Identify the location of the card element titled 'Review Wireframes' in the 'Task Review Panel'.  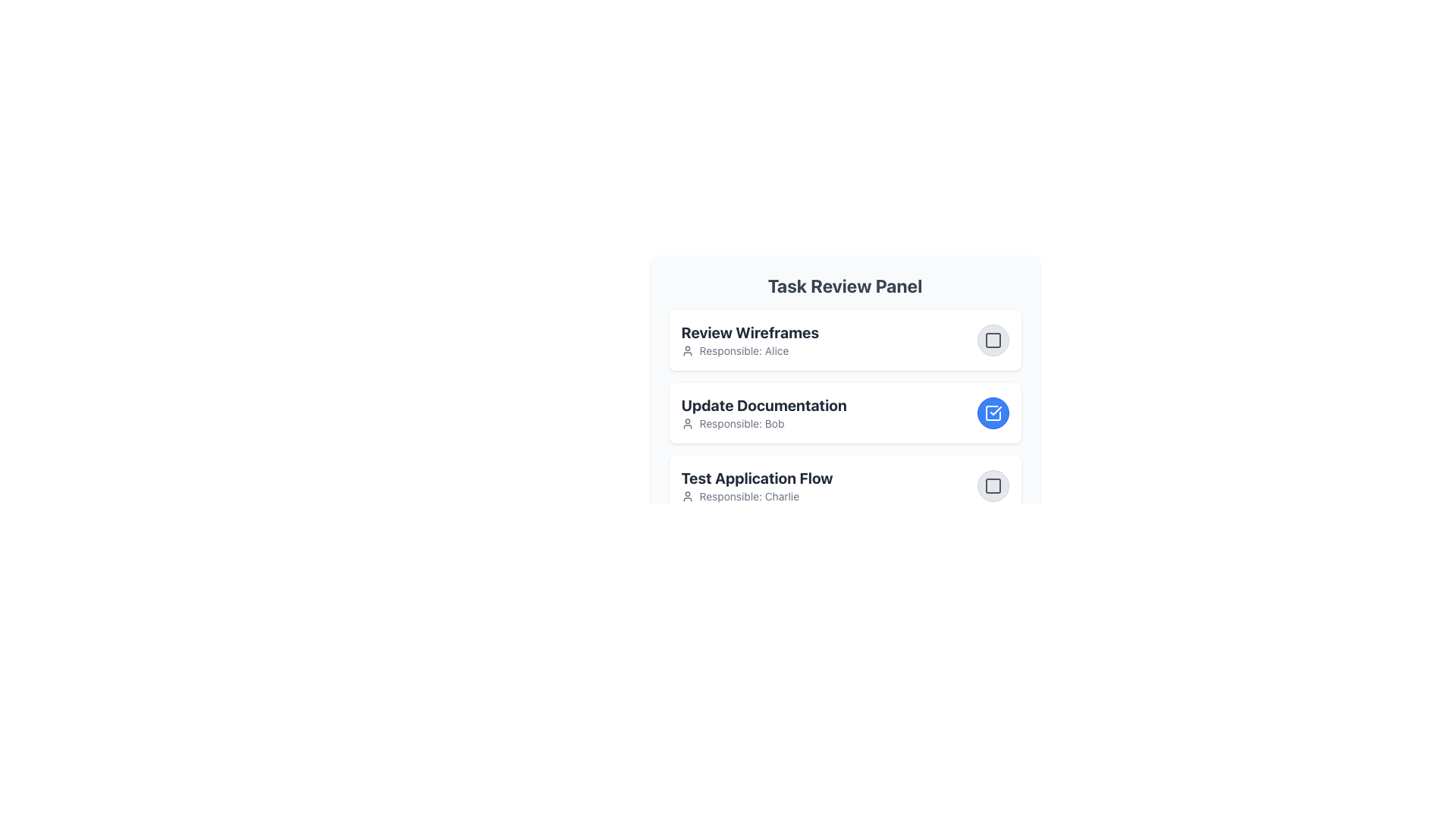
(844, 339).